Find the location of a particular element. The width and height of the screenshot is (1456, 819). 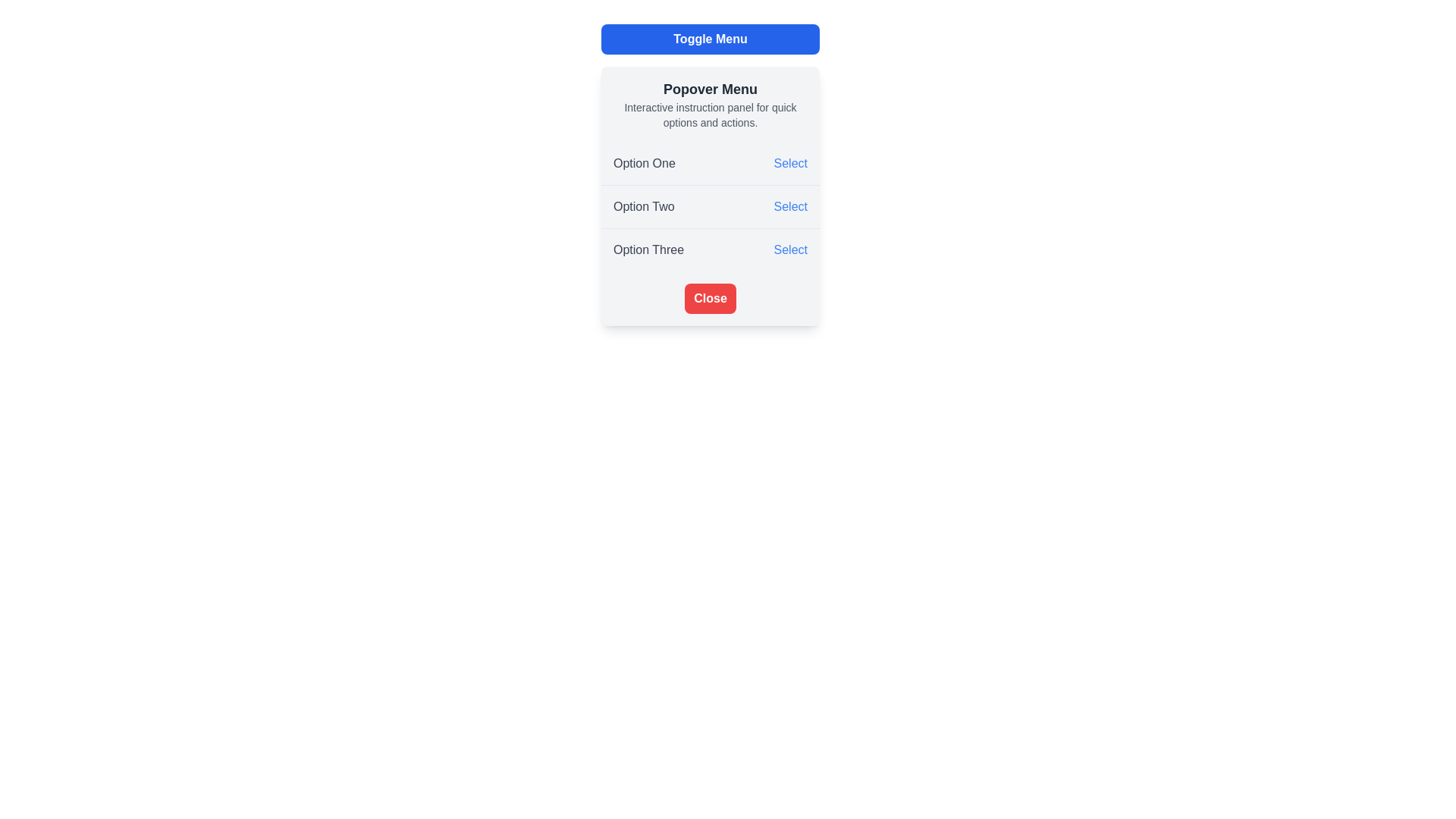

the button located at the bottom of the popover menu is located at coordinates (709, 298).